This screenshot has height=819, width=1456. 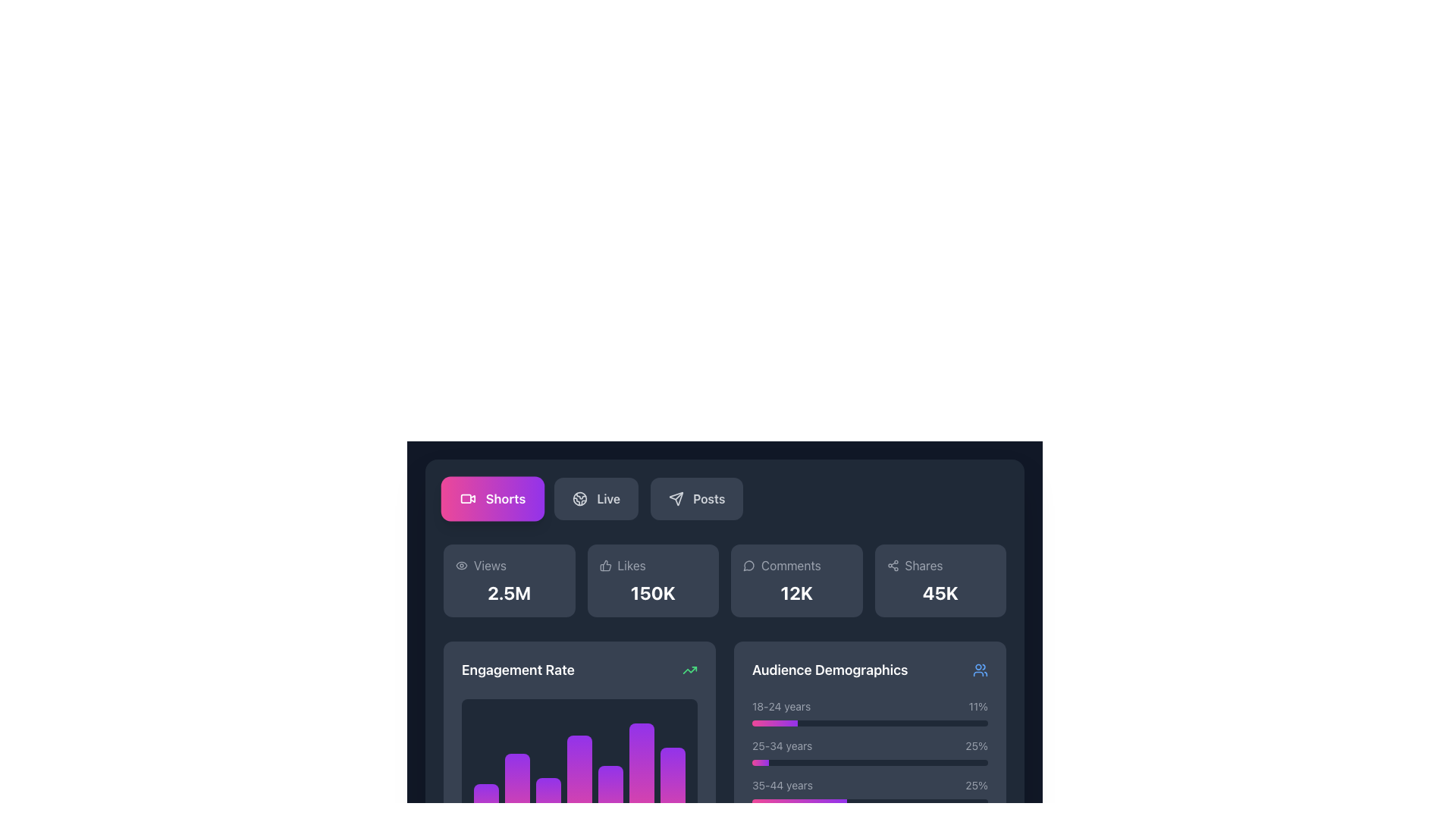 I want to click on the progress bar segment located at the bottom portion of the interface, which visually indicates the progress of a task, specifically at the starting section occupying approximately 7.1% of the total width, so click(x=761, y=763).